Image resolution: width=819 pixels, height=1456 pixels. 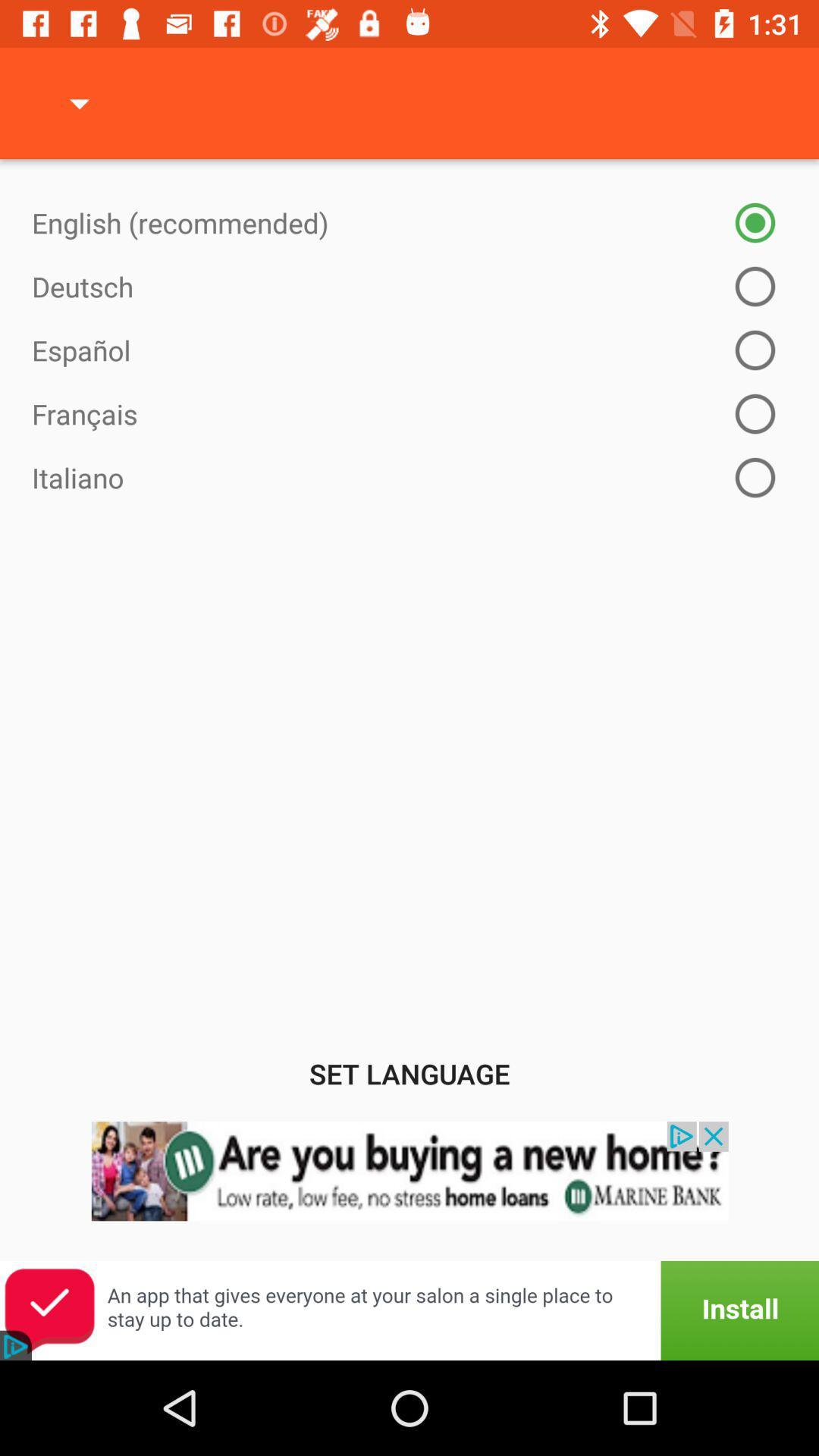 I want to click on advertisement page, so click(x=409, y=1310).